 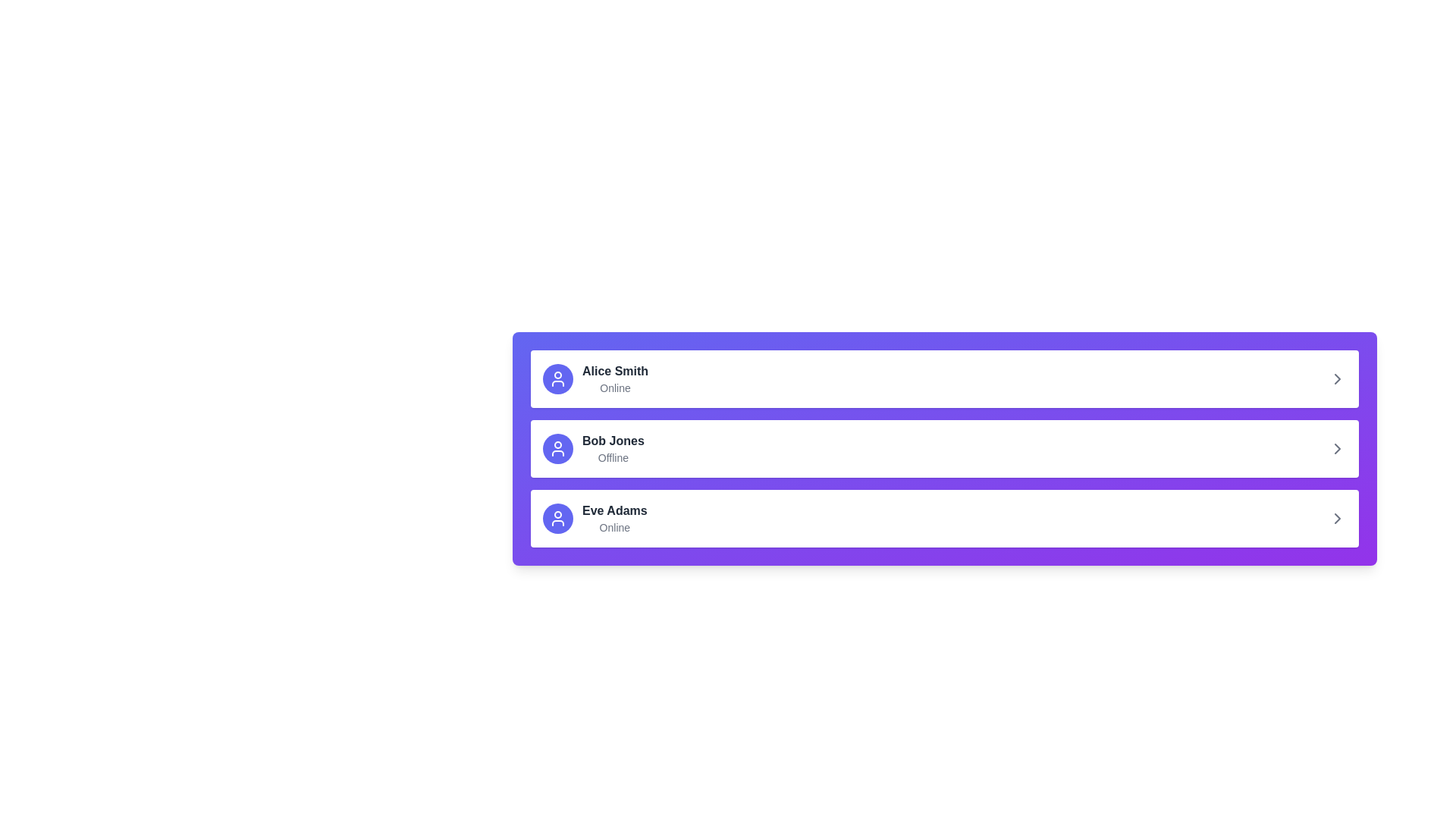 What do you see at coordinates (1337, 447) in the screenshot?
I see `the navigational arrow icon located on the rightmost part of the 'Bob Jones Offline' section` at bounding box center [1337, 447].